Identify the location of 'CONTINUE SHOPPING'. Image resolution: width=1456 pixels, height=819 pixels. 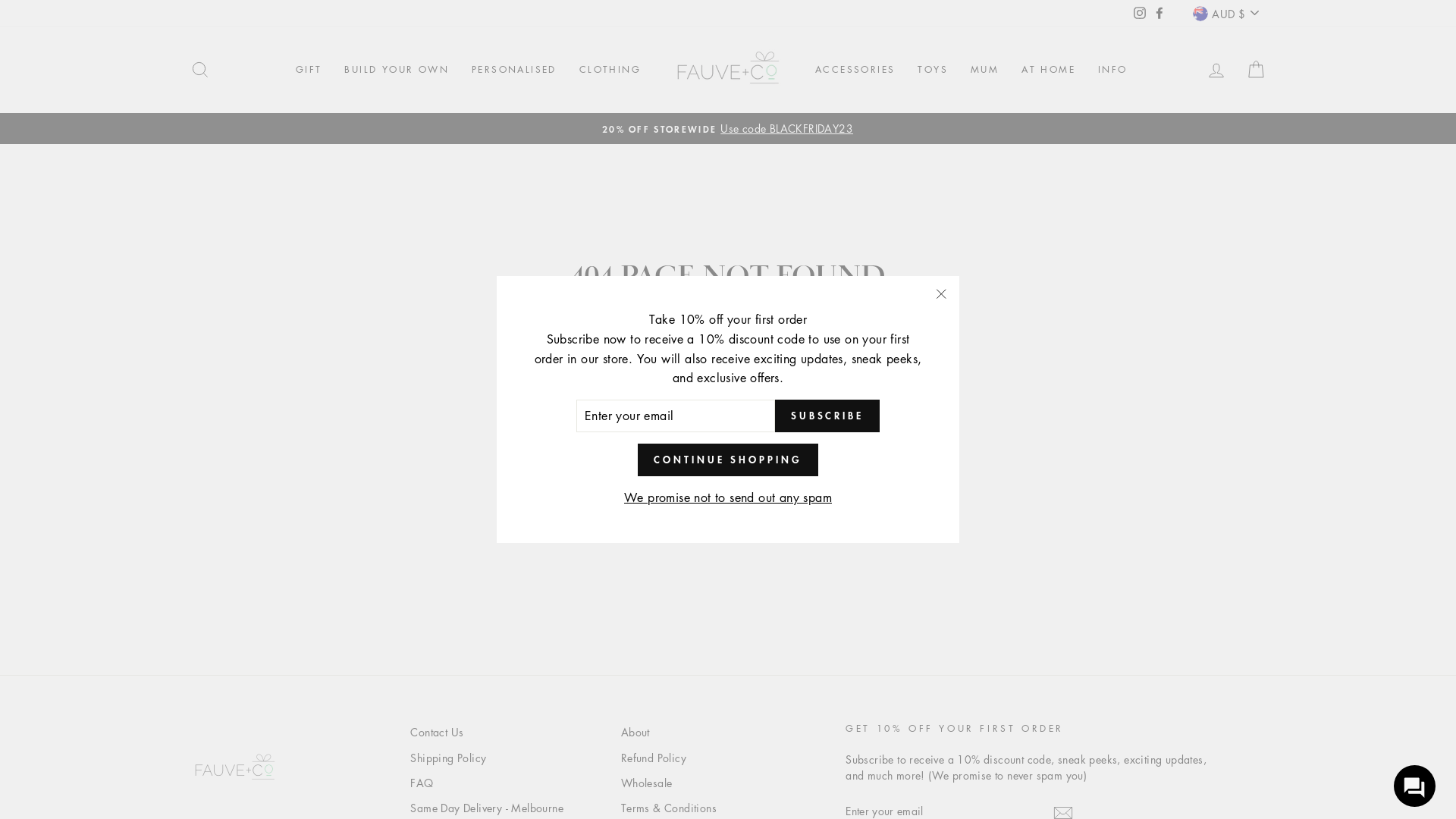
(637, 458).